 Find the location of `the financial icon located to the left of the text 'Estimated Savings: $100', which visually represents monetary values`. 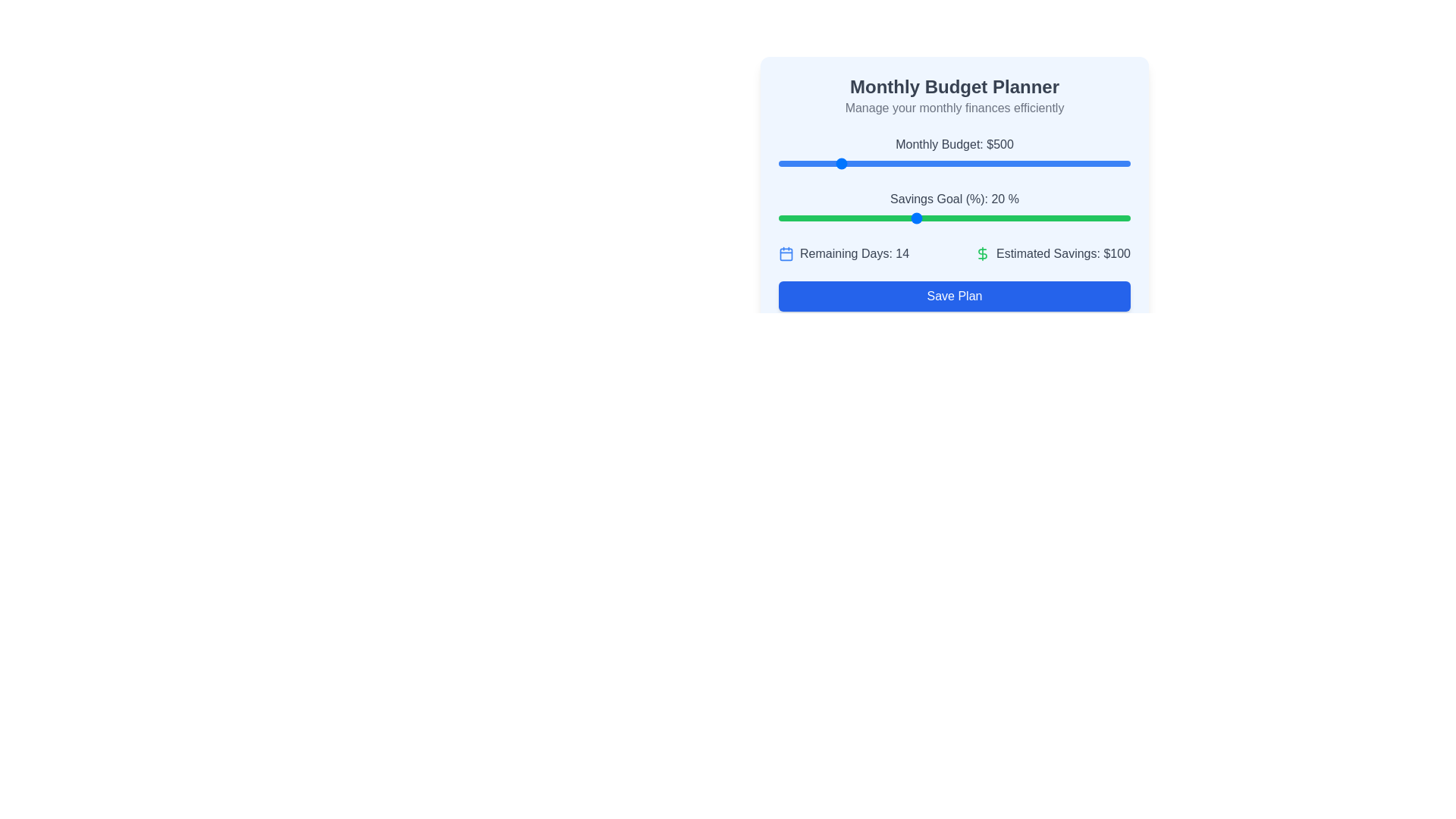

the financial icon located to the left of the text 'Estimated Savings: $100', which visually represents monetary values is located at coordinates (983, 253).